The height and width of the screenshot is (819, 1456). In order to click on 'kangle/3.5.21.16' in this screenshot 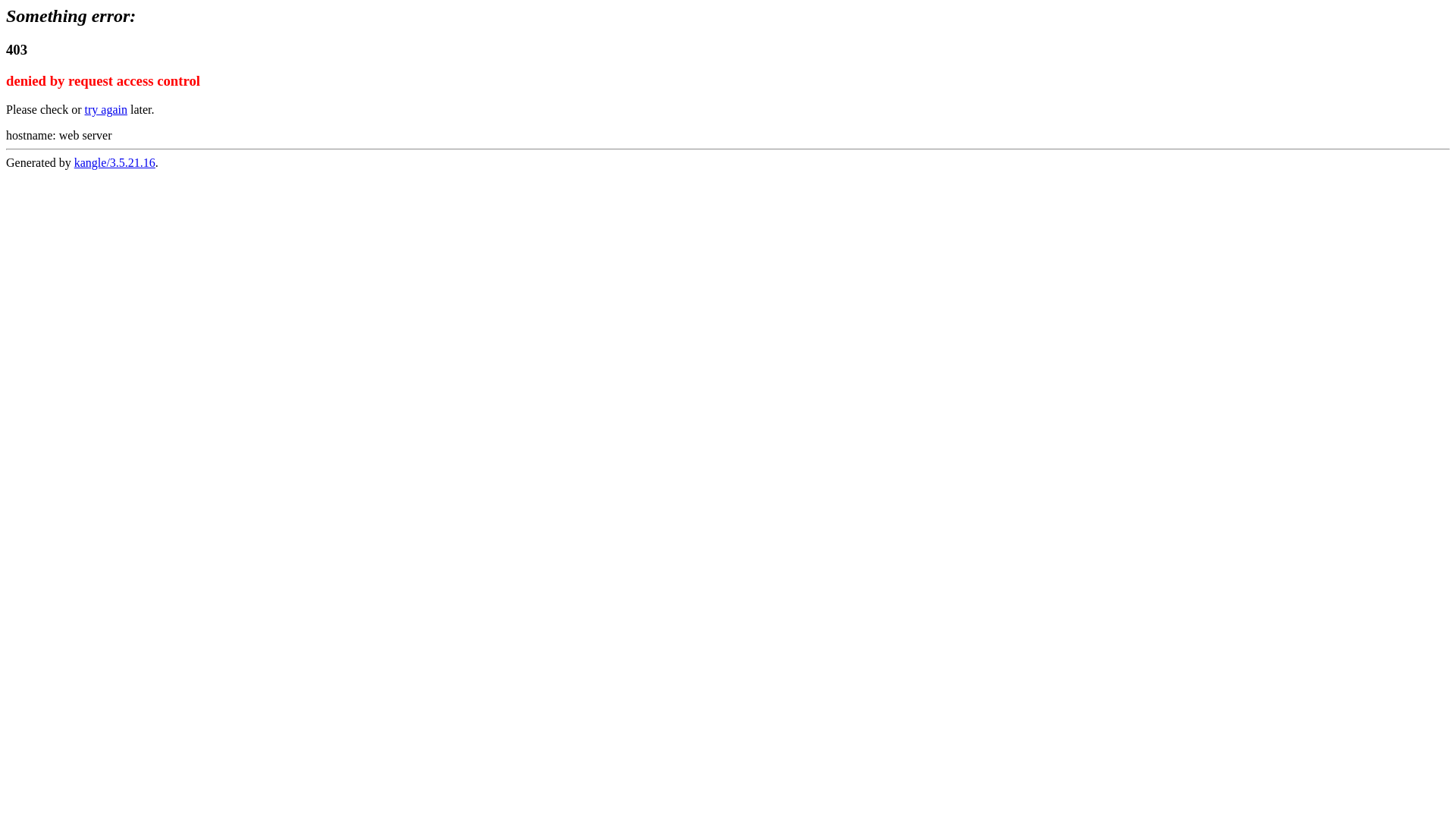, I will do `click(114, 162)`.